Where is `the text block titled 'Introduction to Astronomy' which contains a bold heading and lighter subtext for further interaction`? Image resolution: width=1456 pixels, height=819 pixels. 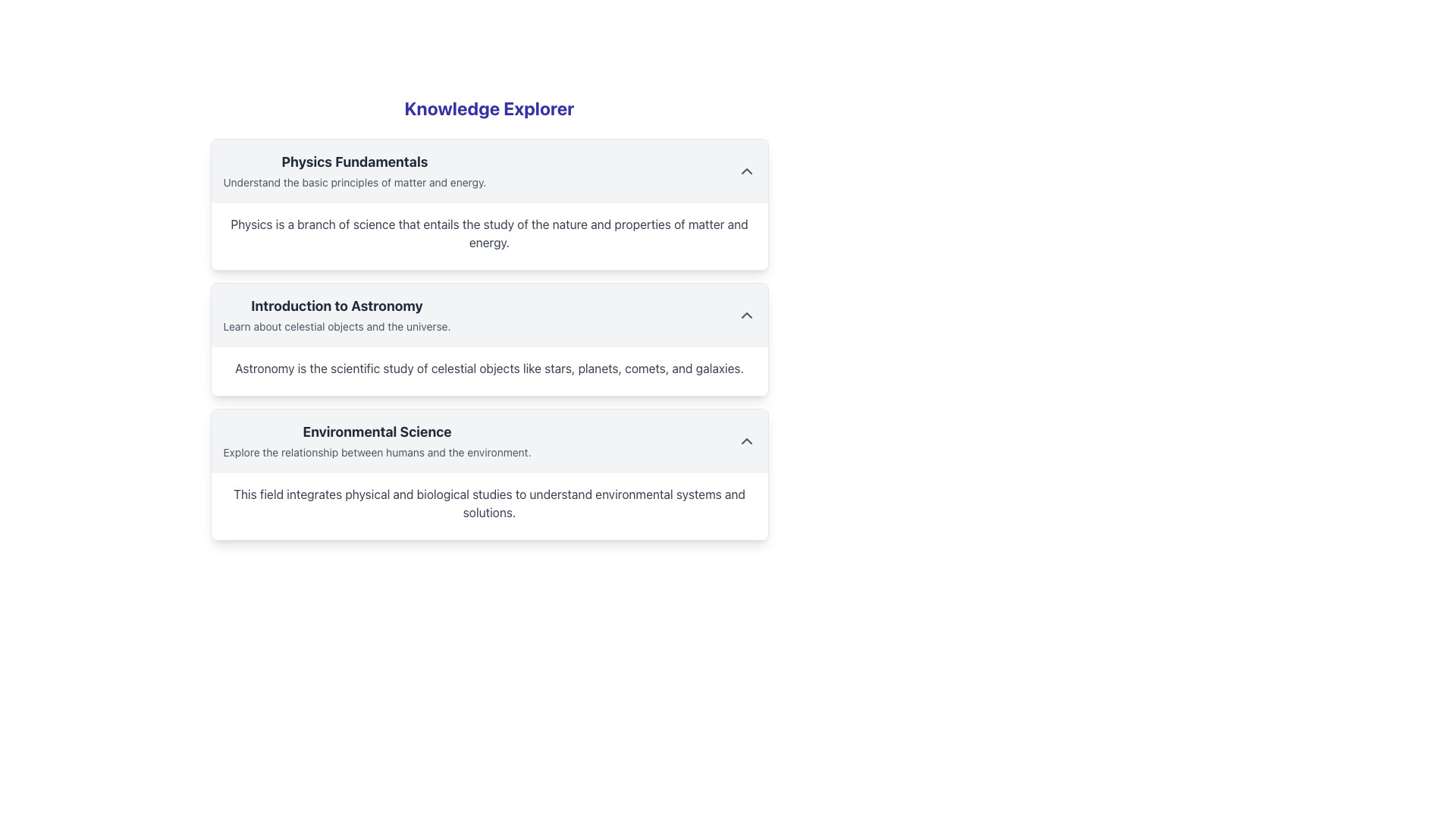 the text block titled 'Introduction to Astronomy' which contains a bold heading and lighter subtext for further interaction is located at coordinates (336, 315).